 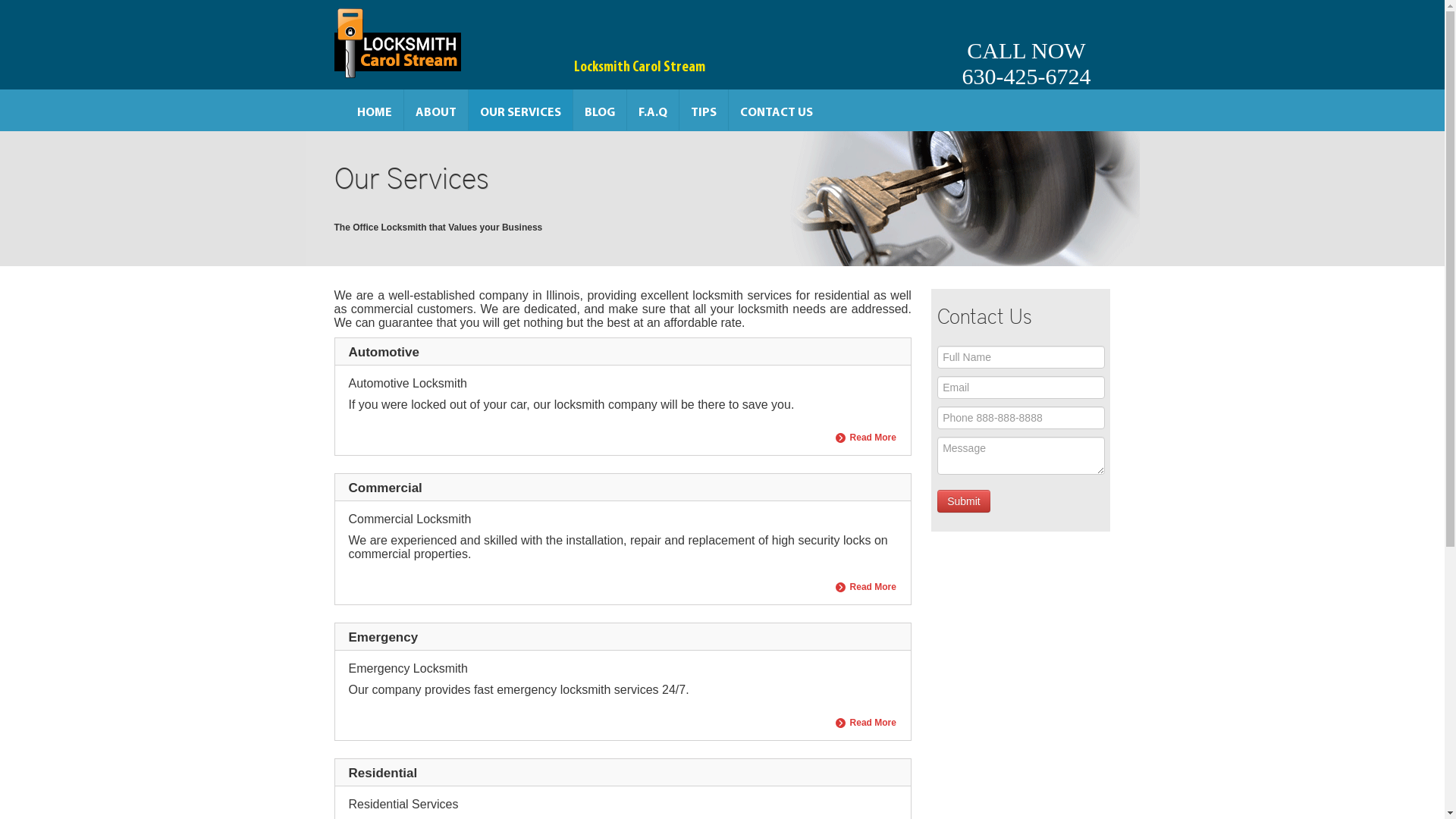 What do you see at coordinates (1026, 43) in the screenshot?
I see `'CALL NOW` at bounding box center [1026, 43].